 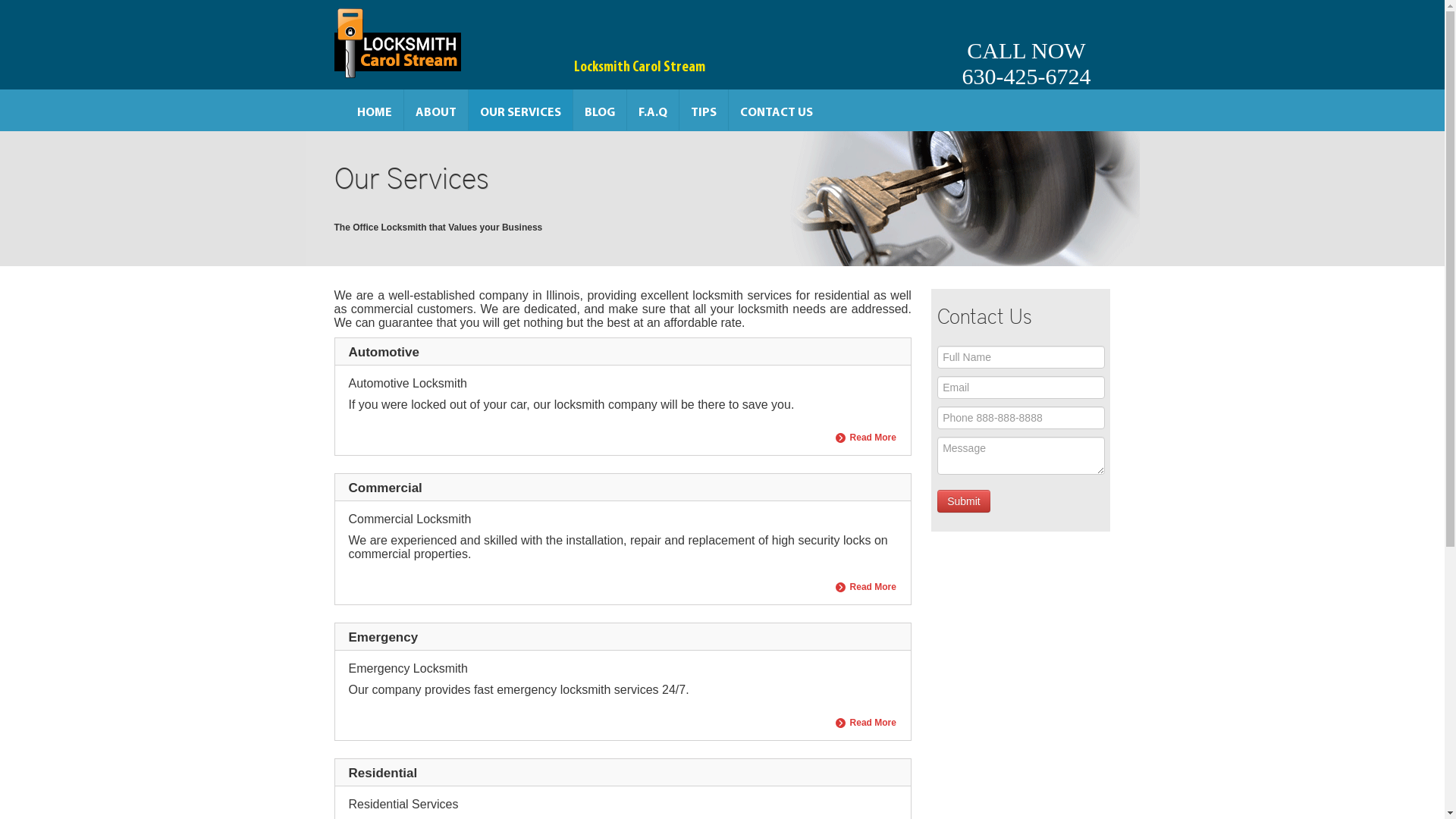 What do you see at coordinates (1026, 43) in the screenshot?
I see `'CALL NOW` at bounding box center [1026, 43].